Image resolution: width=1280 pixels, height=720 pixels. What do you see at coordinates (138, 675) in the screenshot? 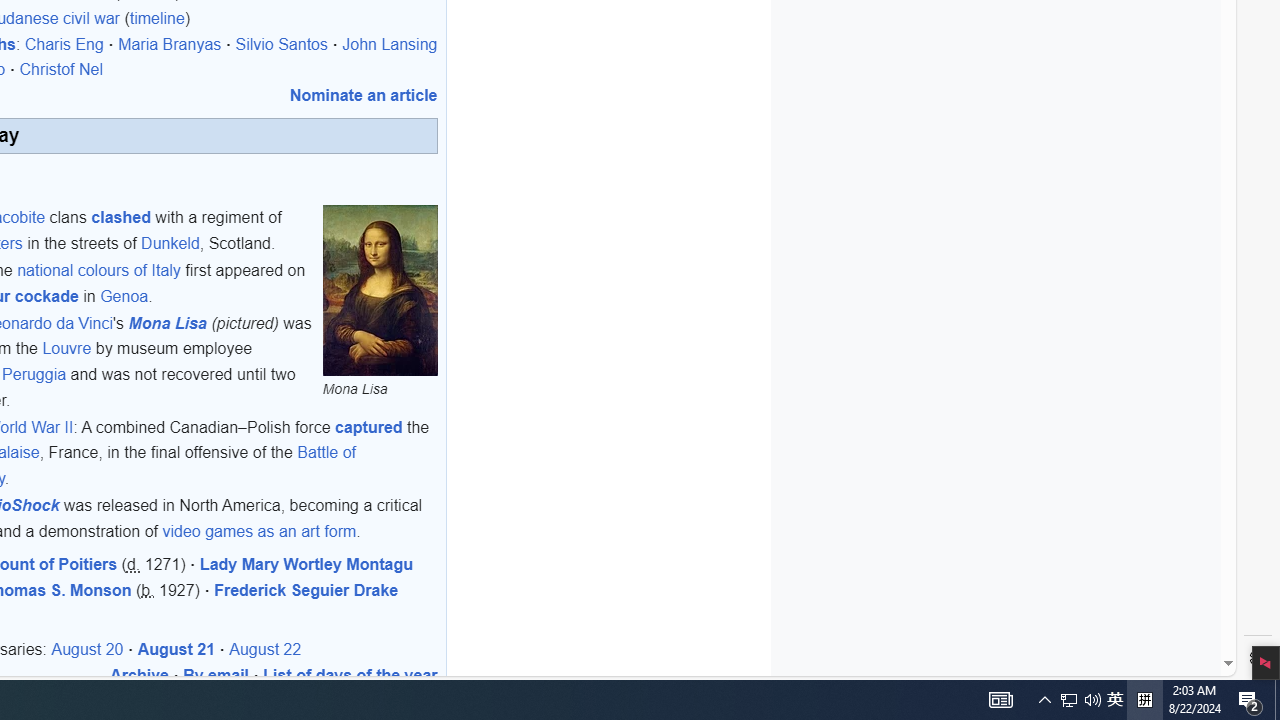
I see `'Archive'` at bounding box center [138, 675].